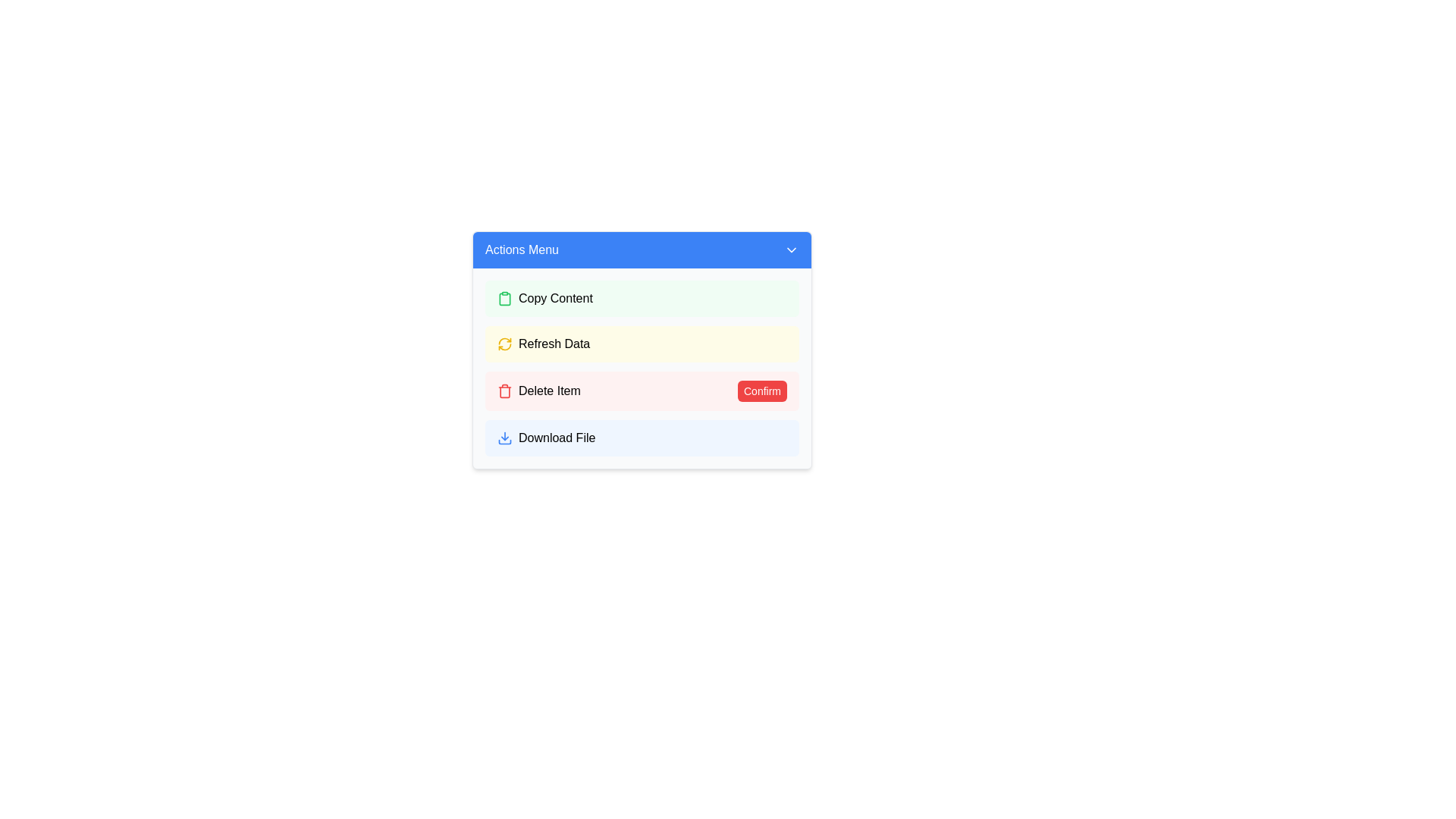 The image size is (1456, 819). What do you see at coordinates (548, 391) in the screenshot?
I see `the 'Delete Item' text label located in the red-highlighted section of the menu, positioned between the trash icon and the 'Confirm' button` at bounding box center [548, 391].